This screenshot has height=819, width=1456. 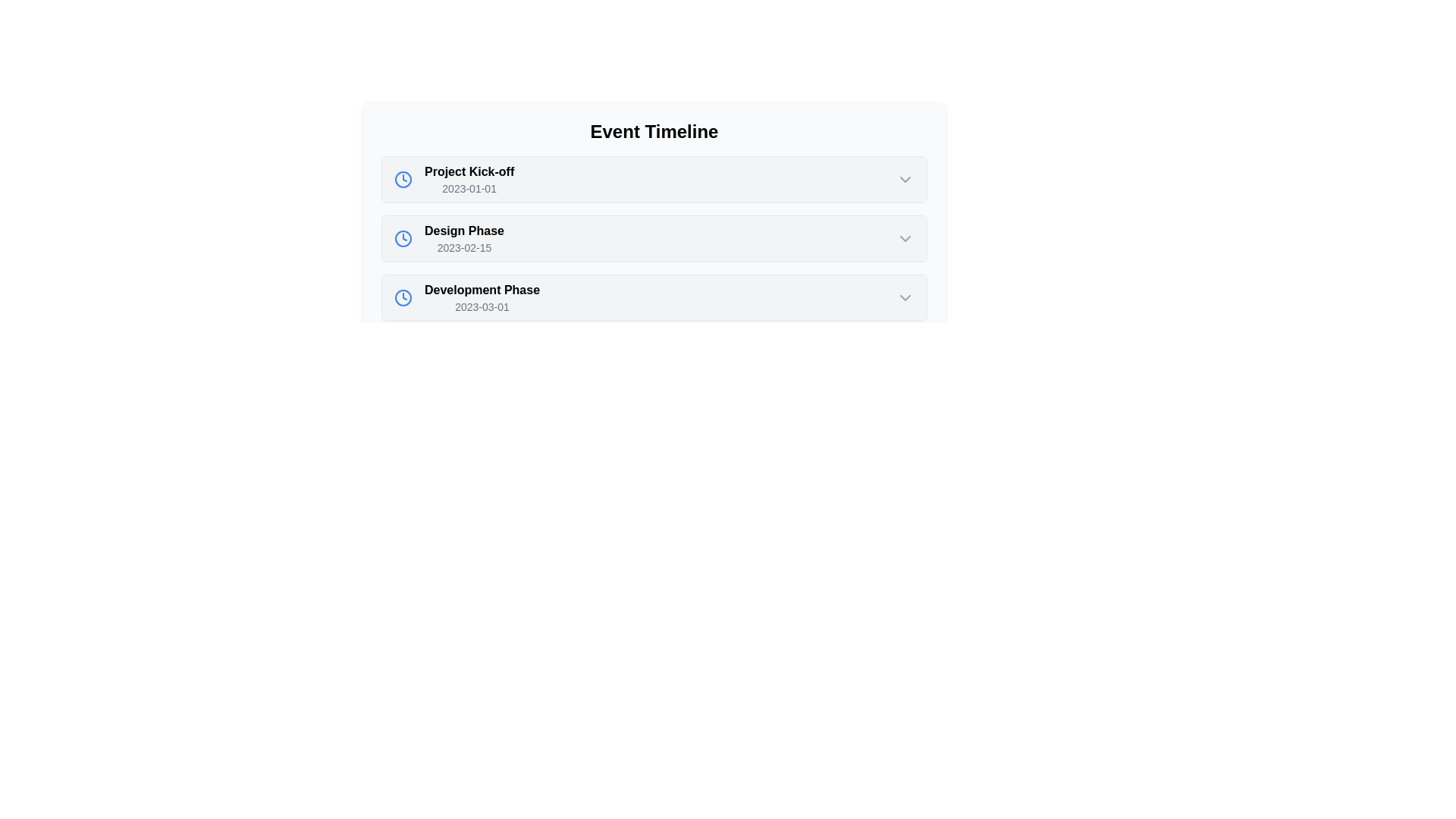 What do you see at coordinates (654, 239) in the screenshot?
I see `the timeline entry for the 'Design Phase' dated '2023-02-15'` at bounding box center [654, 239].